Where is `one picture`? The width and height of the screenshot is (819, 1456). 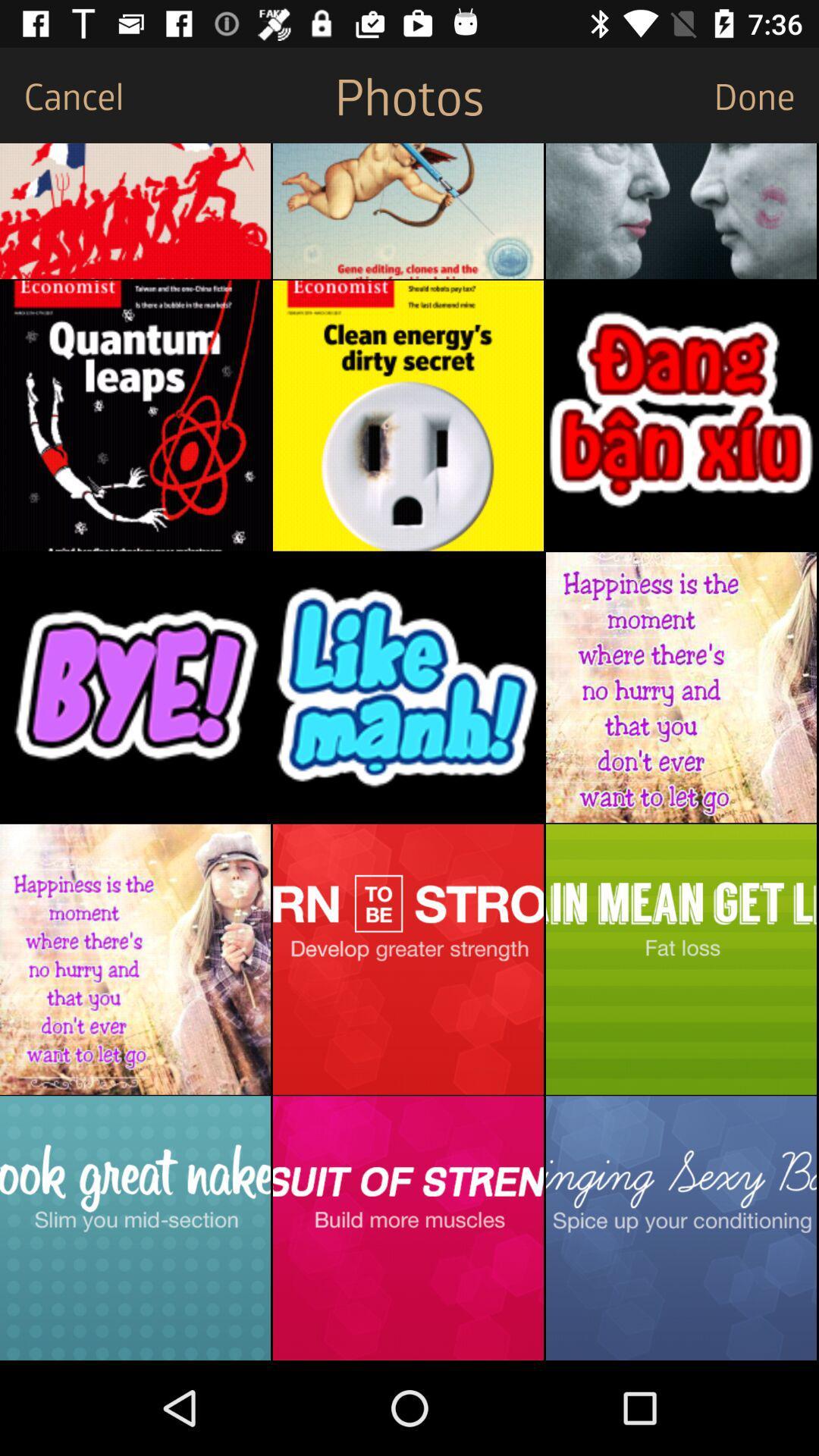
one picture is located at coordinates (134, 210).